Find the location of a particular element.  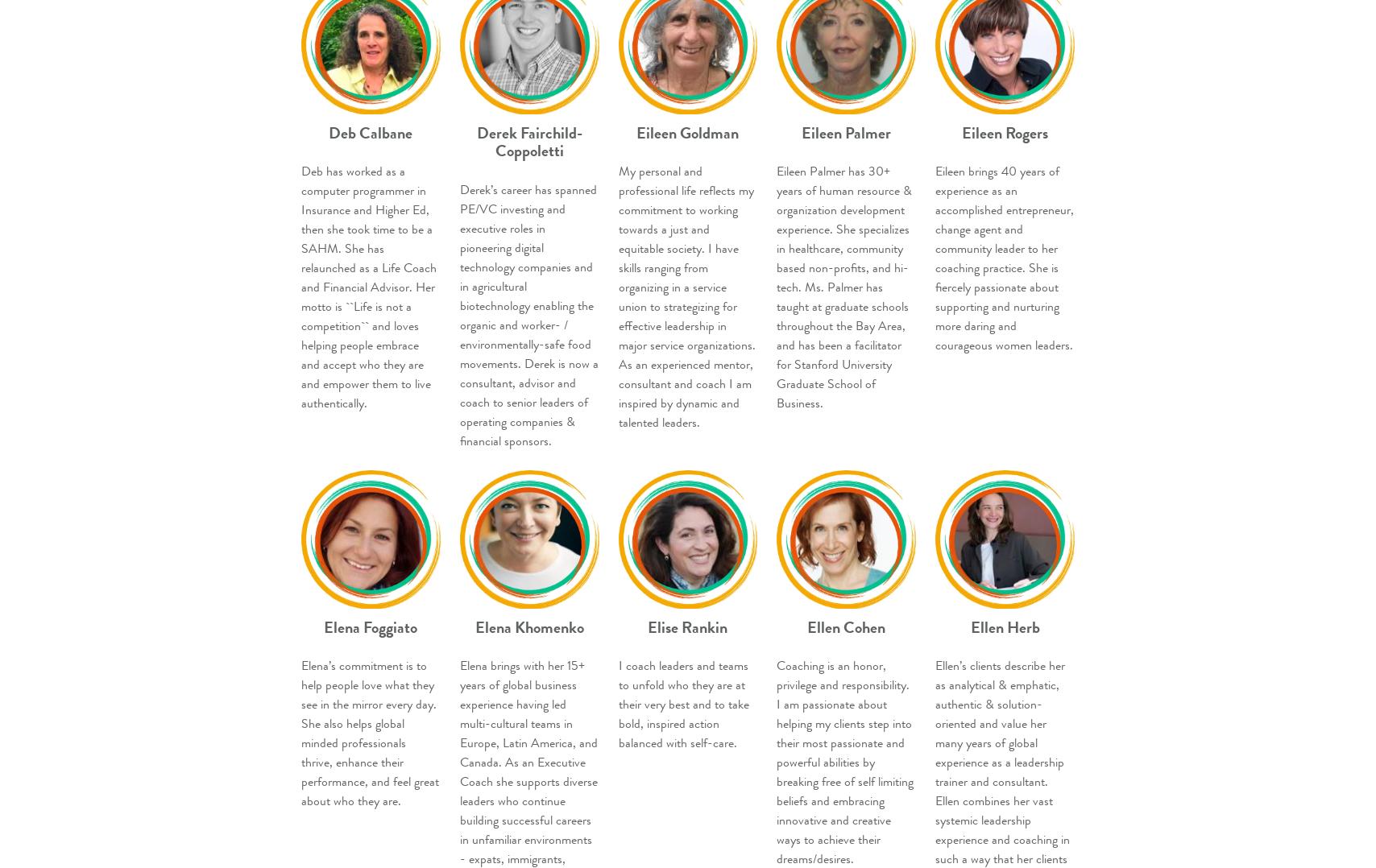

'Eileen Rogers' is located at coordinates (1005, 131).